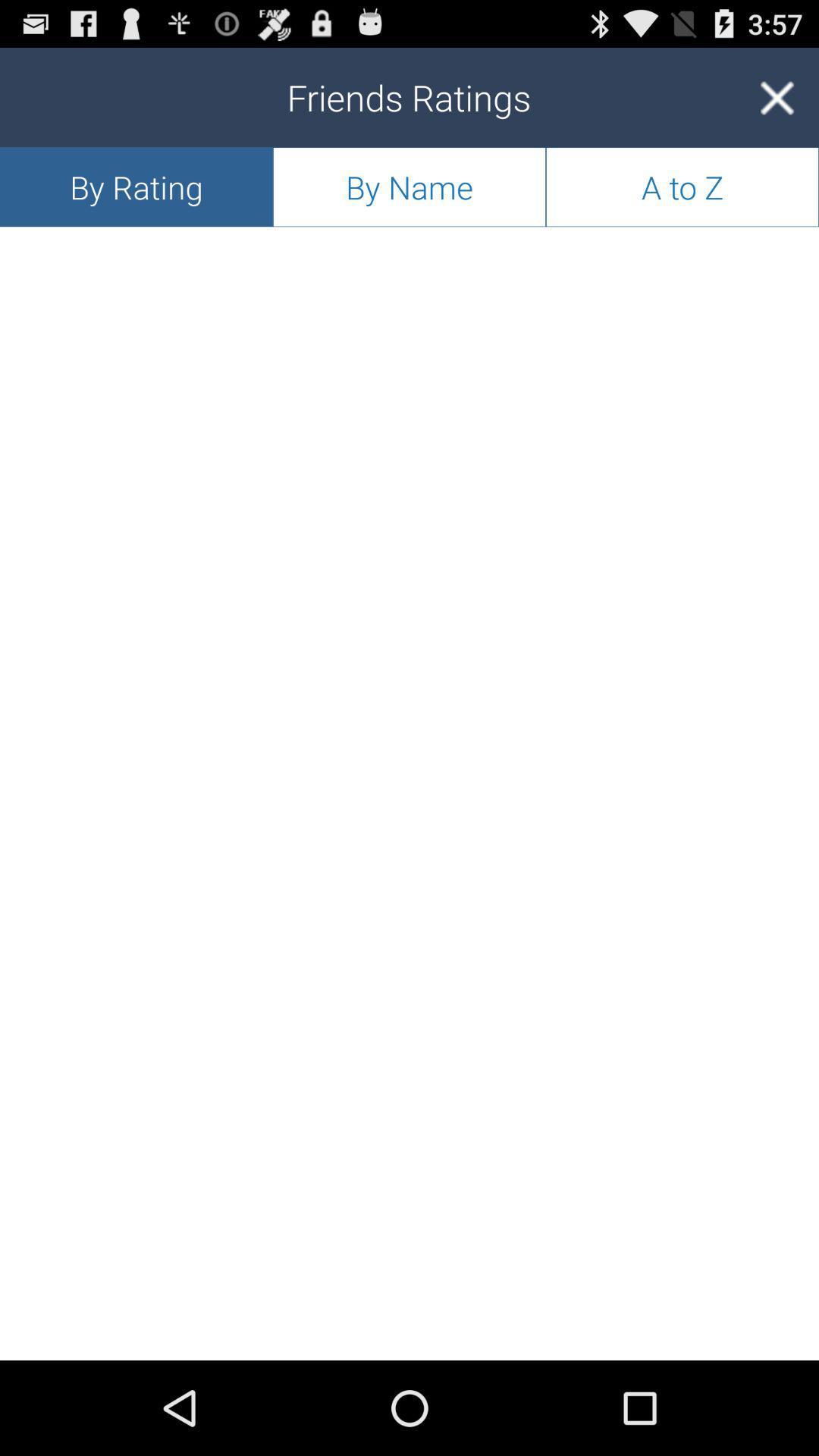 The width and height of the screenshot is (819, 1456). Describe the element at coordinates (136, 186) in the screenshot. I see `the icon at the top left corner` at that location.